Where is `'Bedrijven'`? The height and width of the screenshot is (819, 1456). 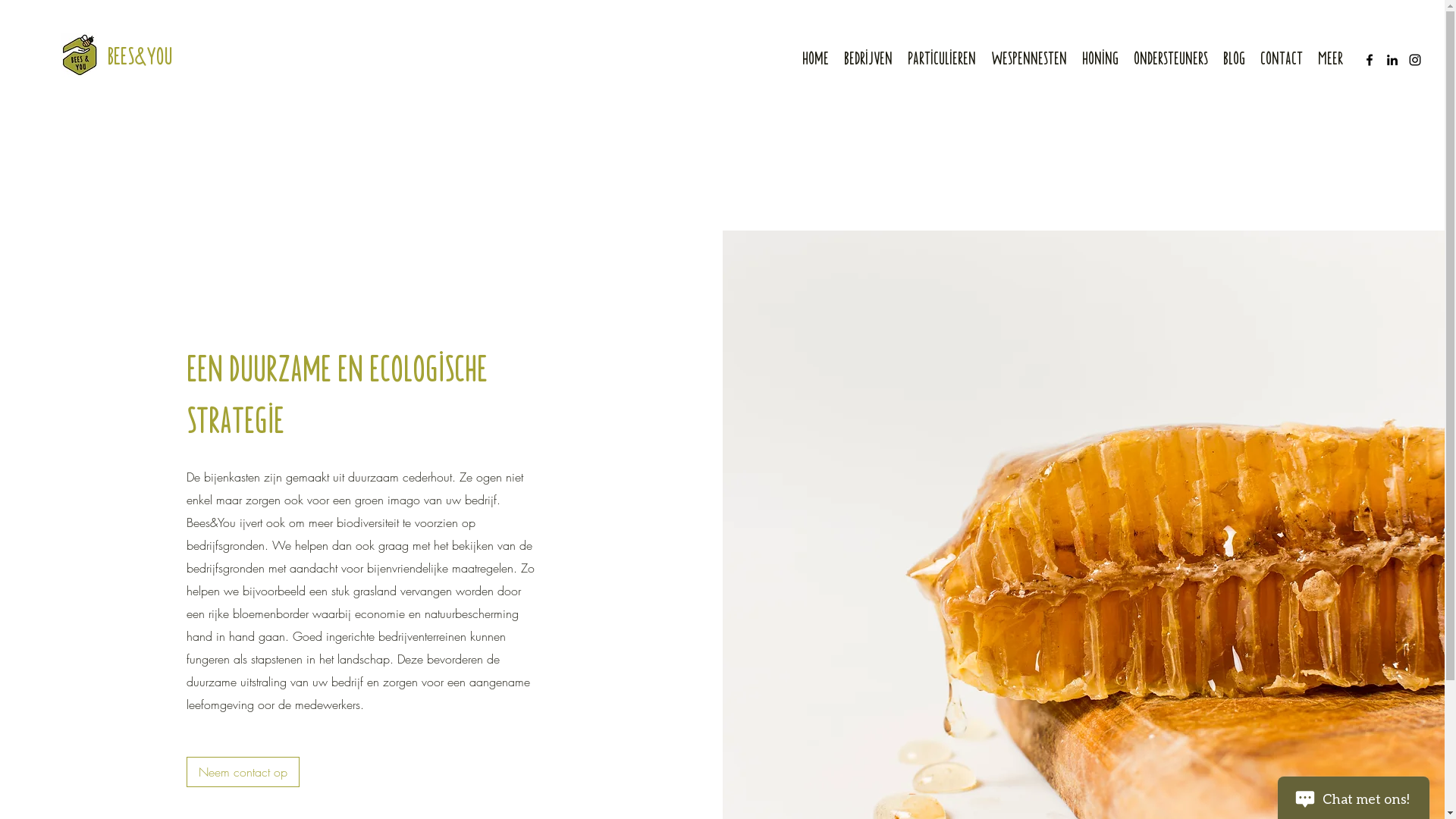
'Bedrijven' is located at coordinates (836, 56).